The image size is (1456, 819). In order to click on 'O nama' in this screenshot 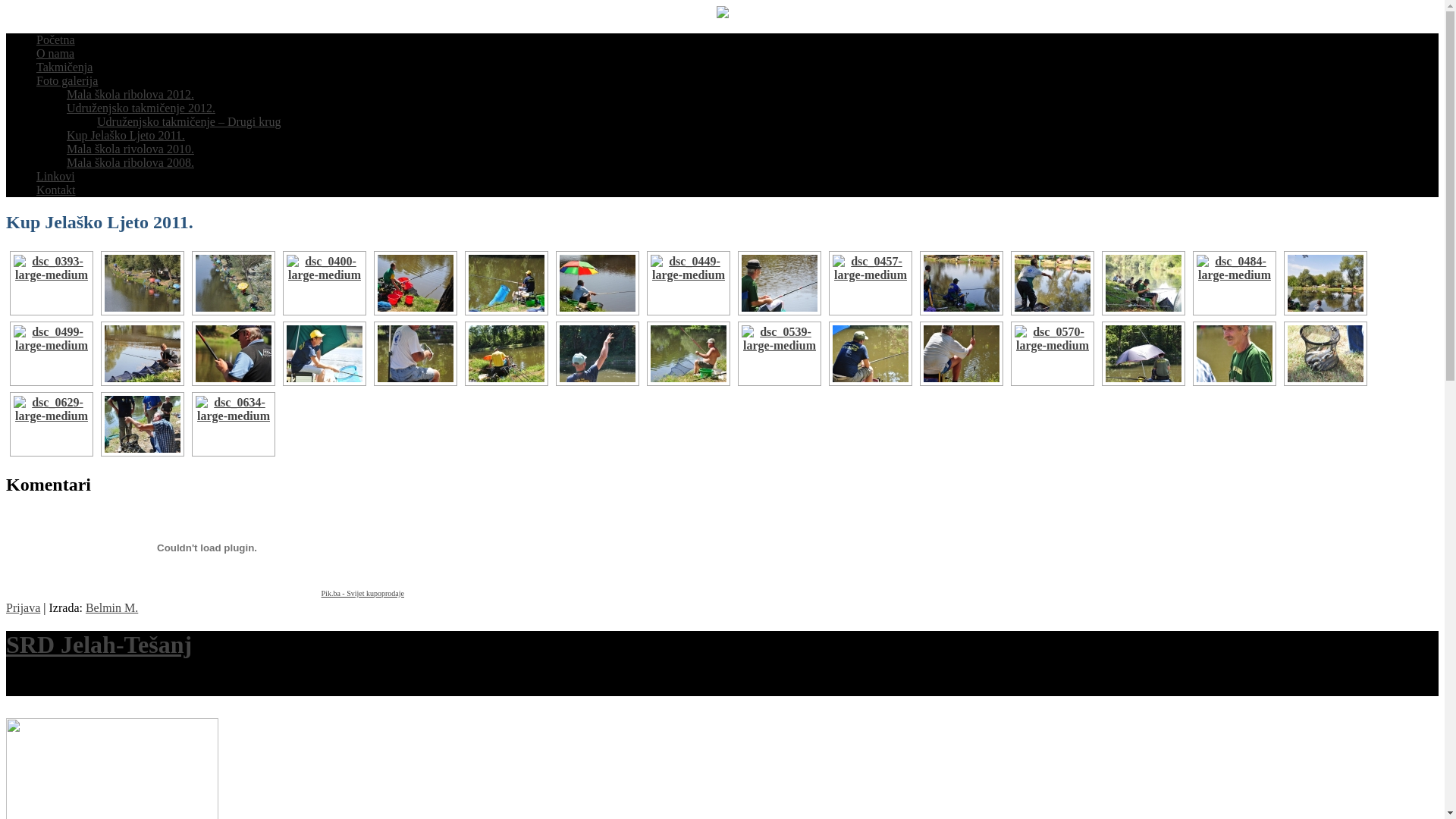, I will do `click(55, 52)`.